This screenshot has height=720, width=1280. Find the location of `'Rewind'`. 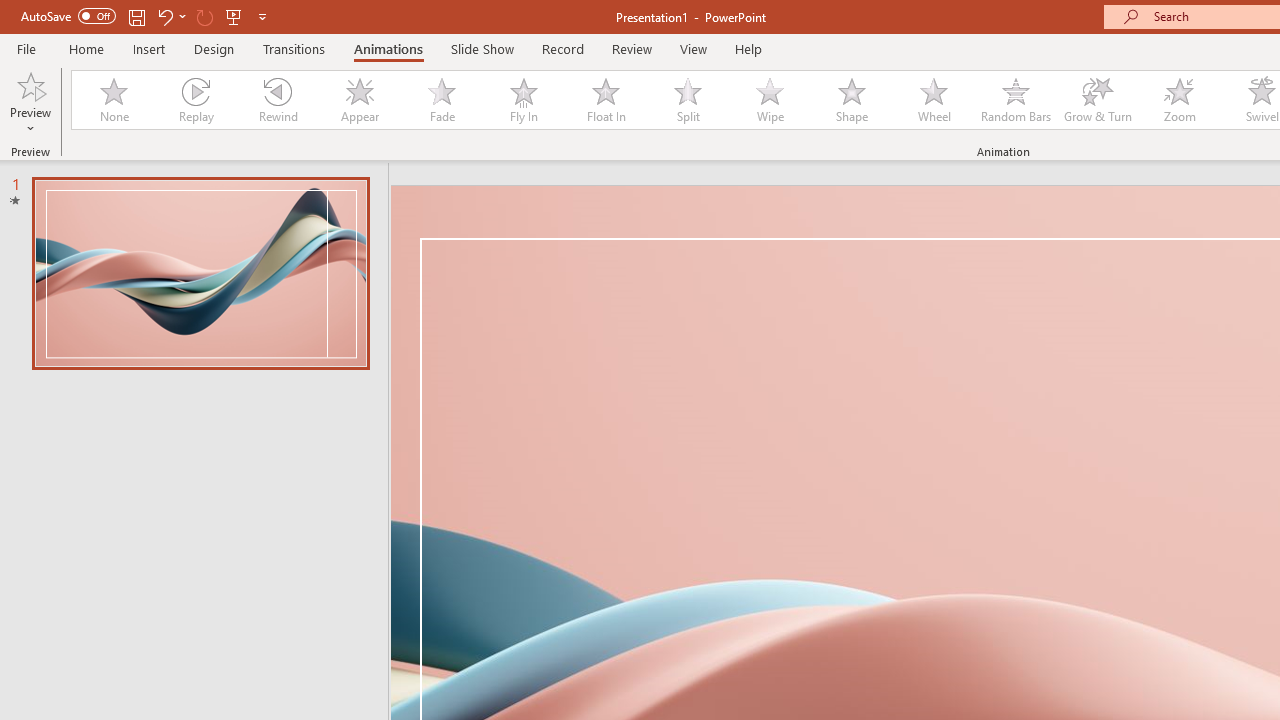

'Rewind' is located at coordinates (276, 100).